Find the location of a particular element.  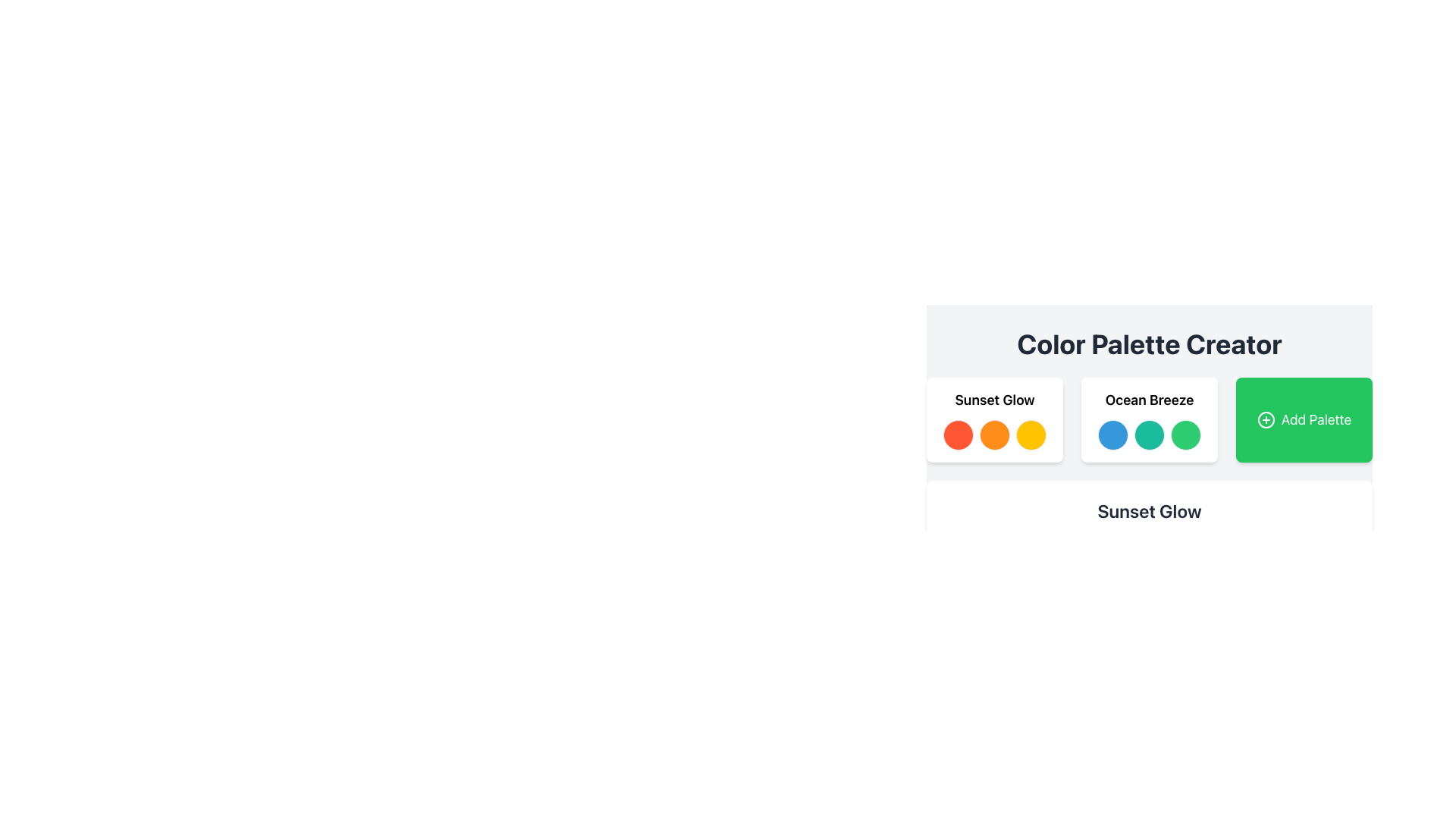

the graphical representation of the circular graphic component within the 'Add Palette' button, which is located at the far right of the 'Color Palette Creator' section is located at coordinates (1266, 420).